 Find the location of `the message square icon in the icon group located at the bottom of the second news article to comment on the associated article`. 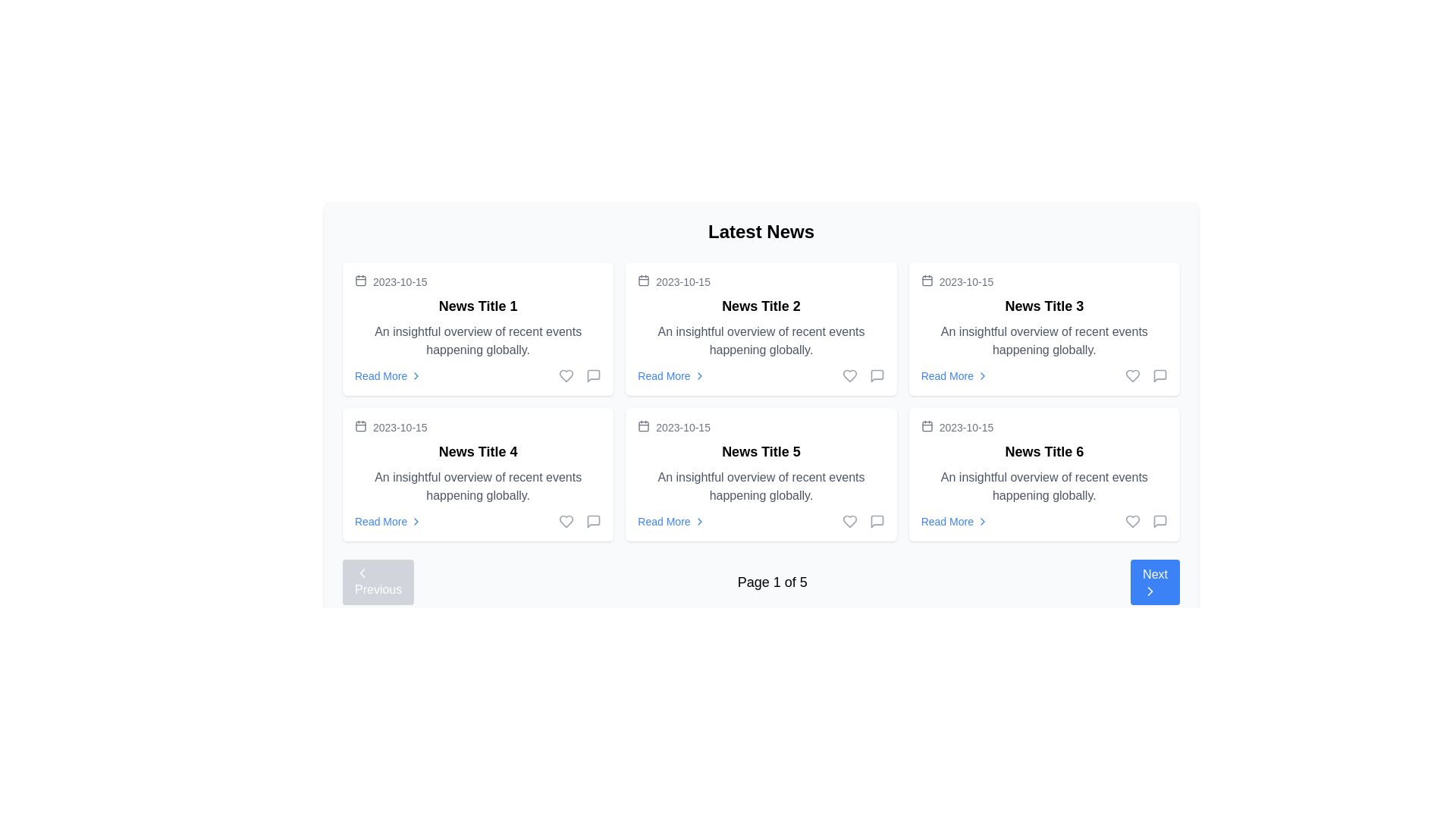

the message square icon in the icon group located at the bottom of the second news article to comment on the associated article is located at coordinates (863, 375).